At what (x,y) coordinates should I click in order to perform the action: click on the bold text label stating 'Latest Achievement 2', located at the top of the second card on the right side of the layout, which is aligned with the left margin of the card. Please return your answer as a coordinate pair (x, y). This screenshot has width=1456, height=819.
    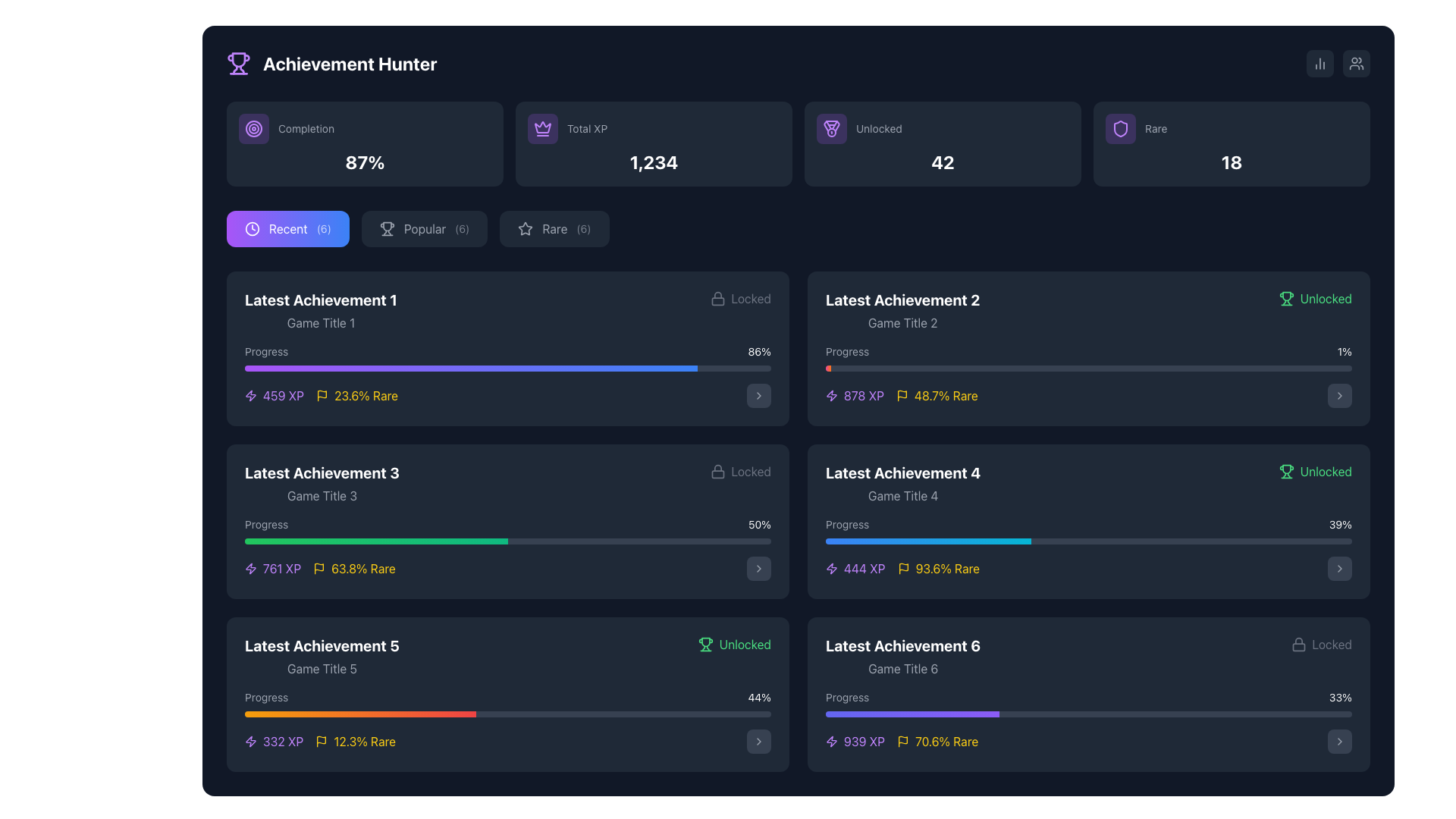
    Looking at the image, I should click on (902, 300).